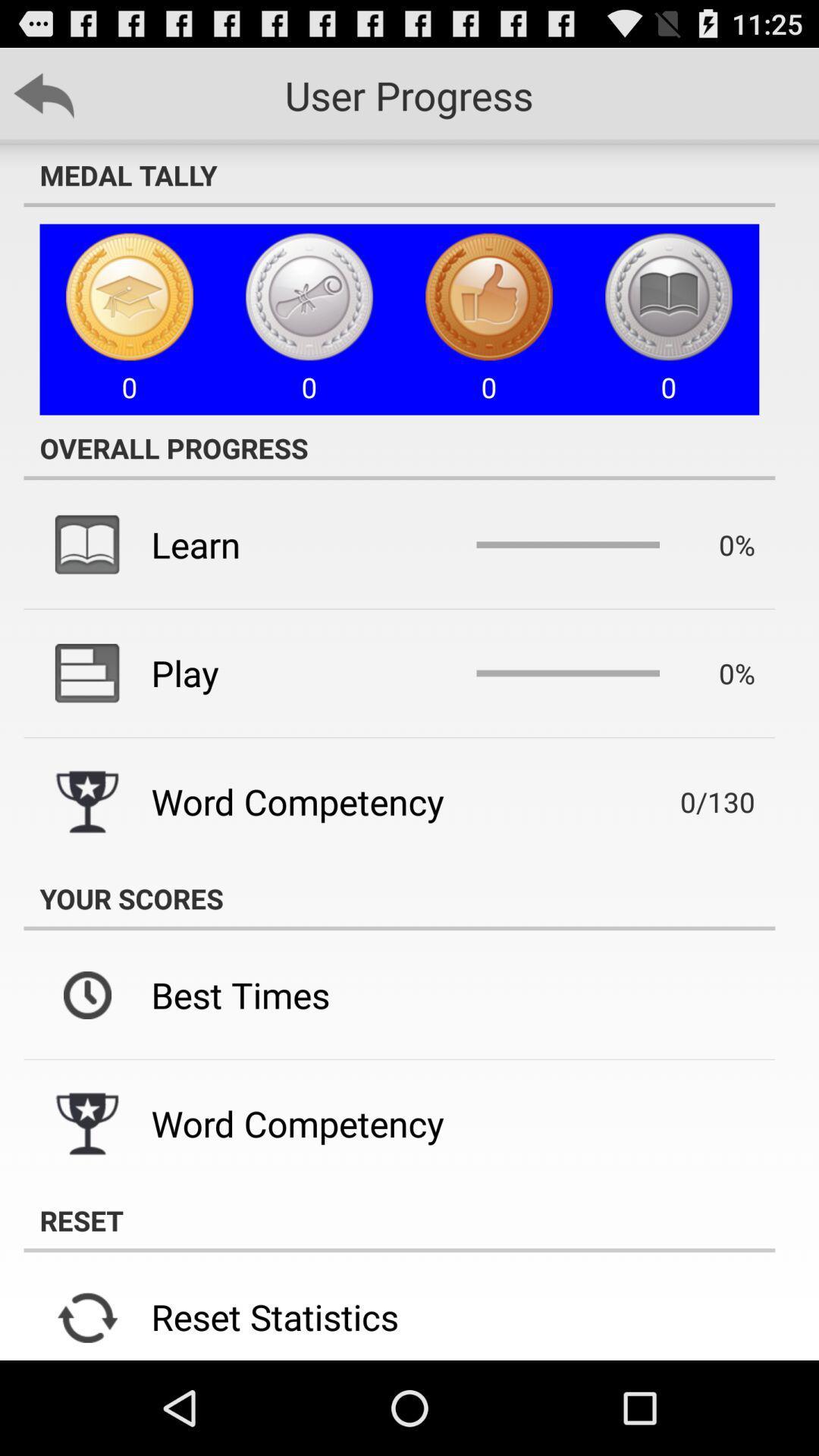 The height and width of the screenshot is (1456, 819). What do you see at coordinates (398, 899) in the screenshot?
I see `your scores item` at bounding box center [398, 899].